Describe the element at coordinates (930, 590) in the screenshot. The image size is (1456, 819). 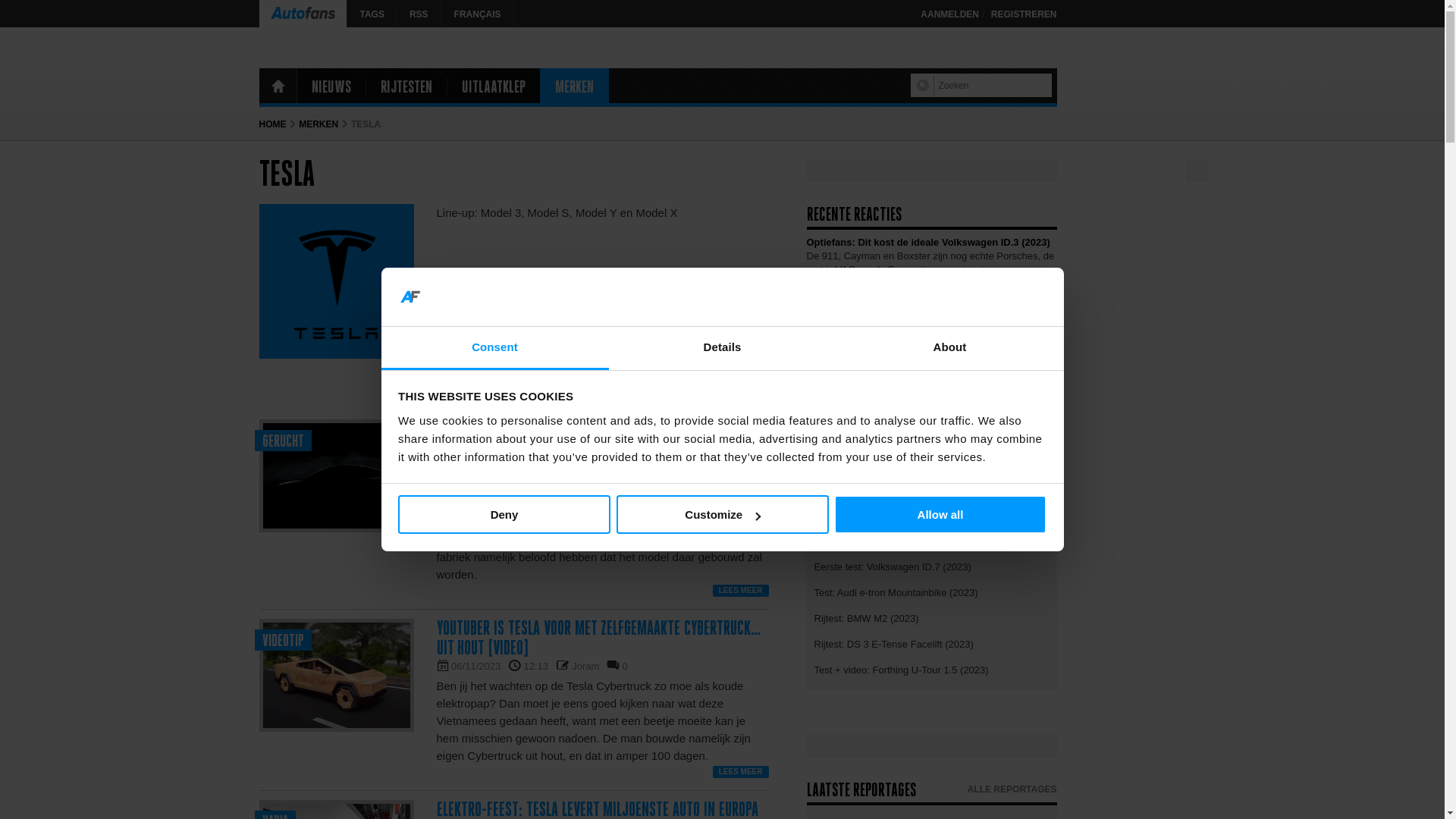
I see `'Test: Audi e-tron Mountainbike (2023)'` at that location.